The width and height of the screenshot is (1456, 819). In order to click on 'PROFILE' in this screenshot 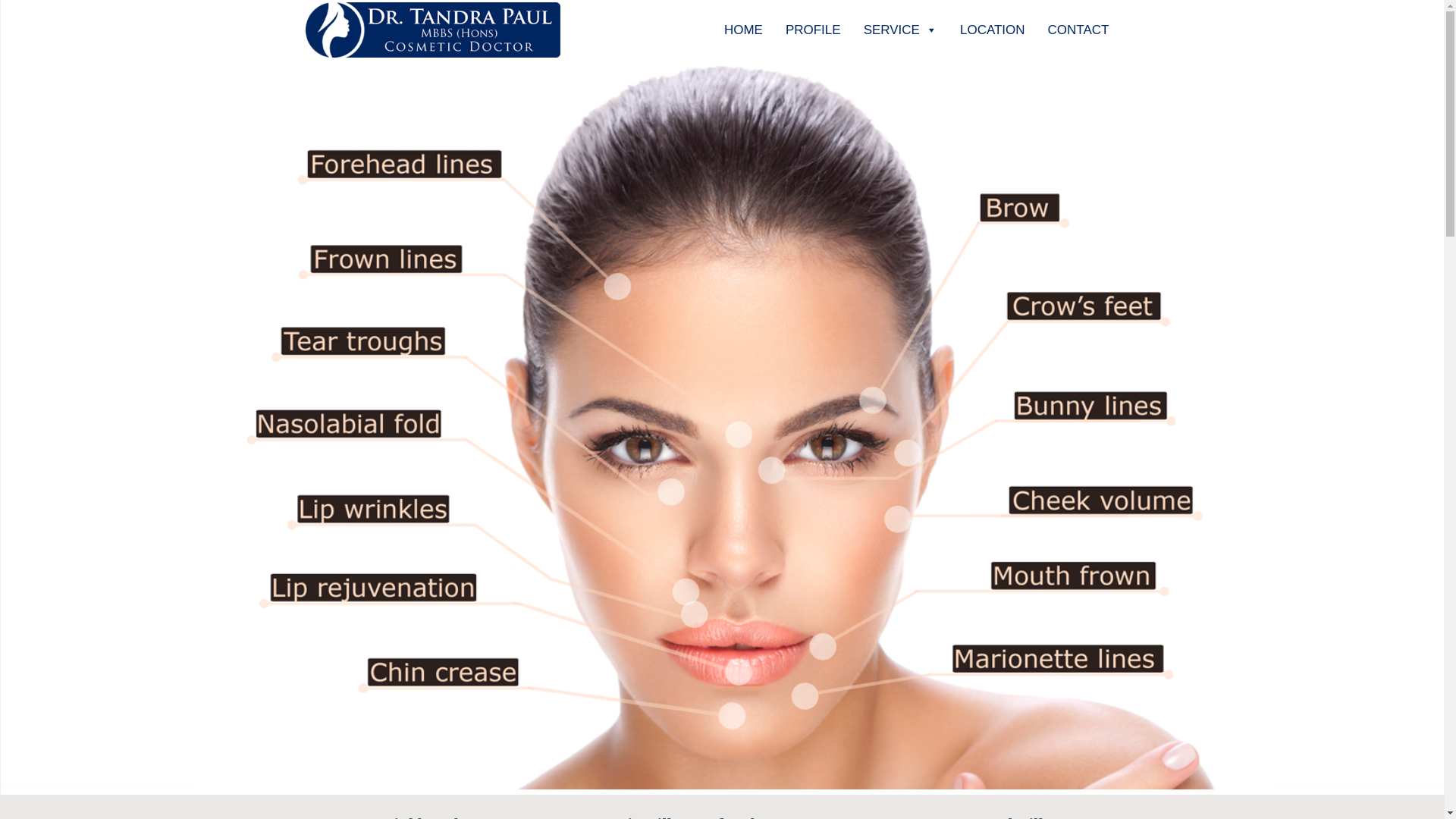, I will do `click(812, 25)`.